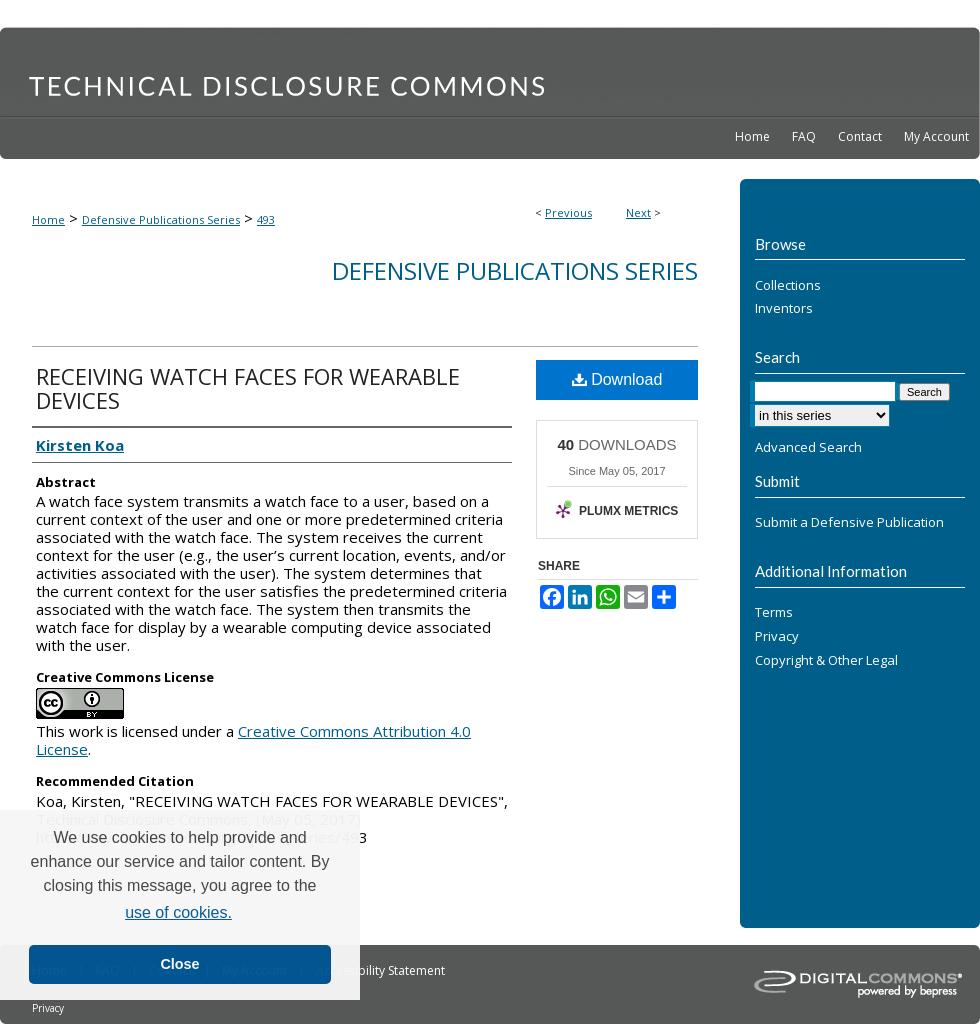  What do you see at coordinates (79, 444) in the screenshot?
I see `'Kirsten Koa'` at bounding box center [79, 444].